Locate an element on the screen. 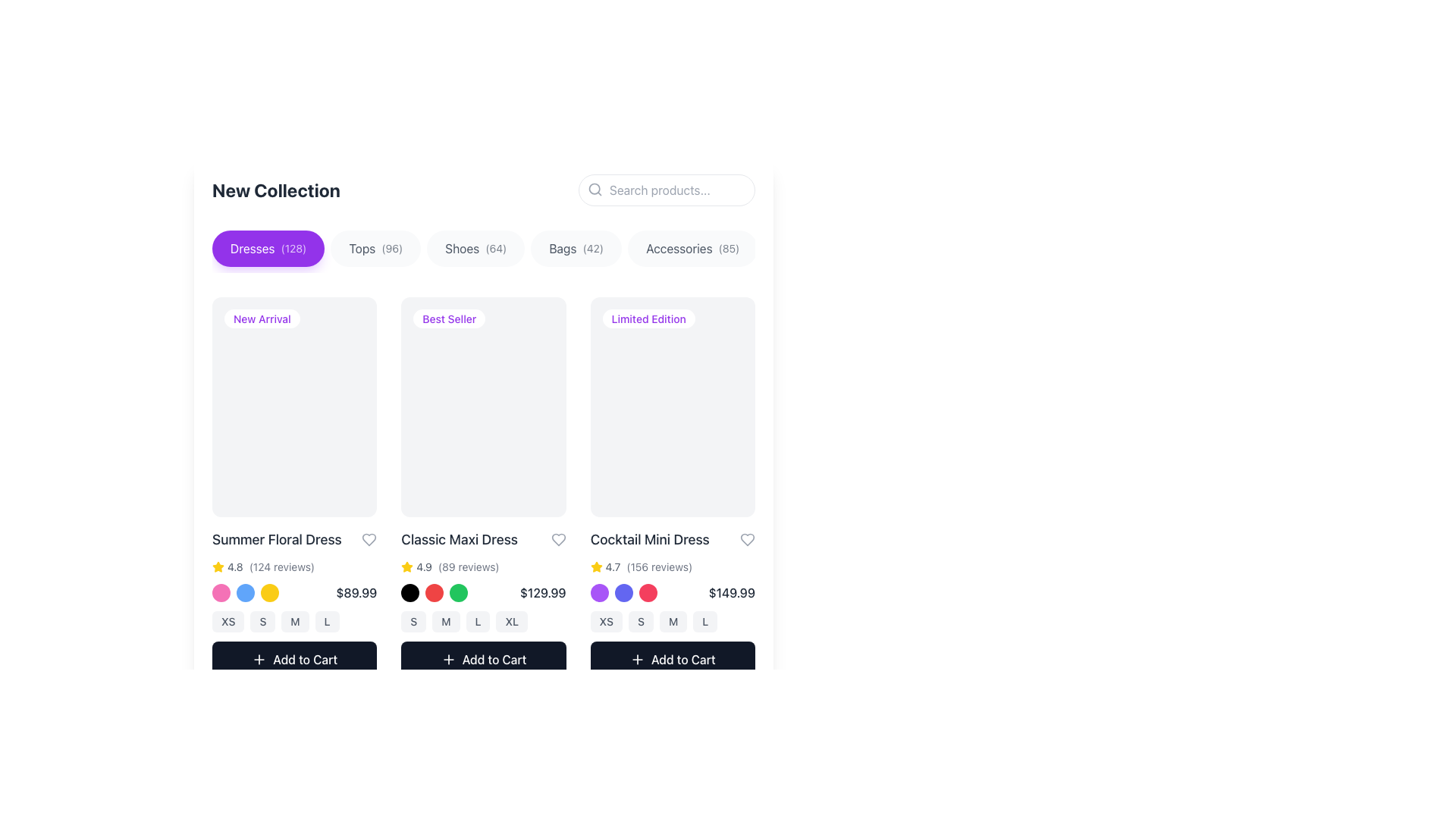 The width and height of the screenshot is (1456, 819). the third circular color indicator button with a rose-pink hue is located at coordinates (648, 591).